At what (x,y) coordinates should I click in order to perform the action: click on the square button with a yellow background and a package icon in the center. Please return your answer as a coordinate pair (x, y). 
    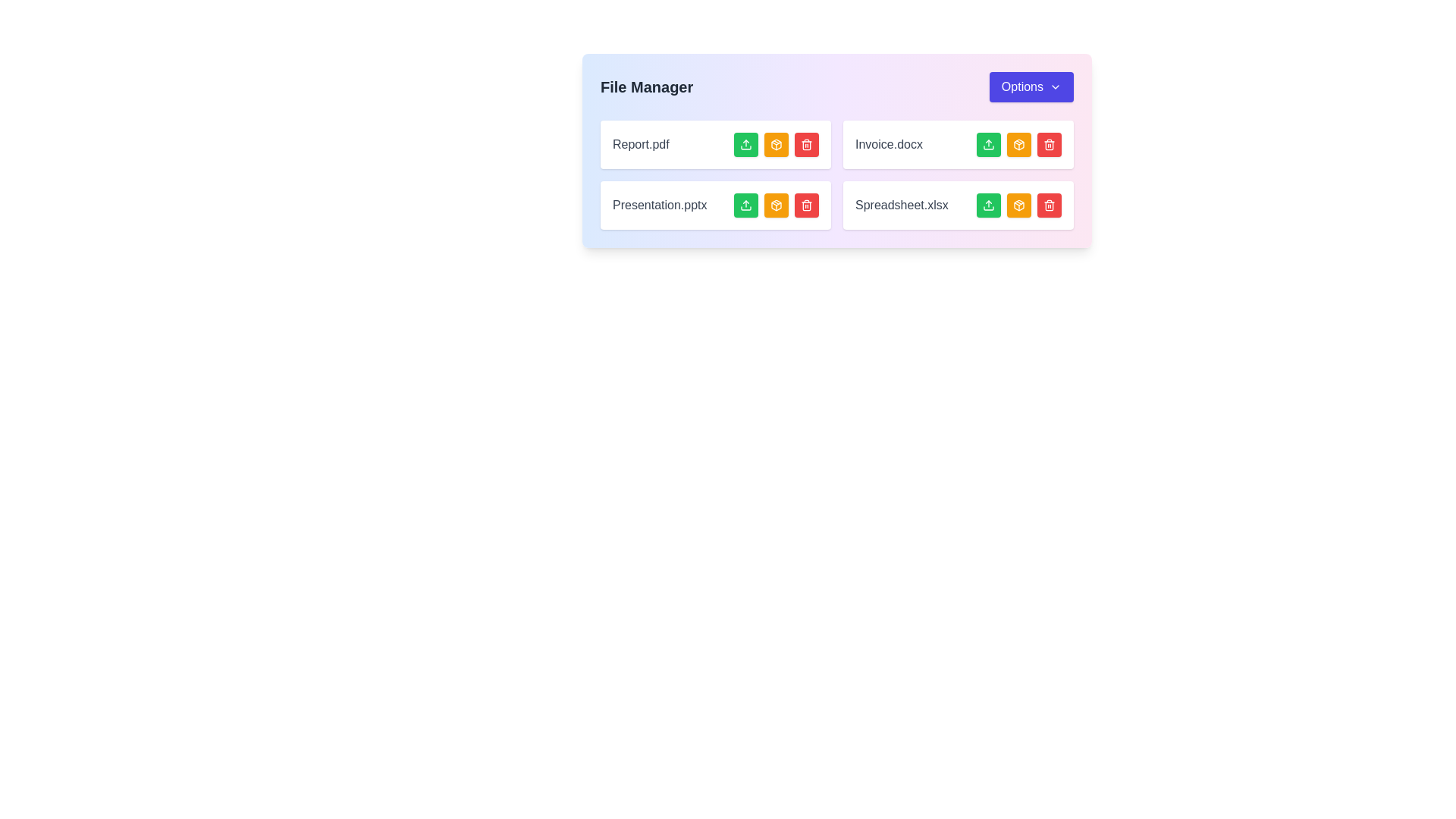
    Looking at the image, I should click on (1019, 205).